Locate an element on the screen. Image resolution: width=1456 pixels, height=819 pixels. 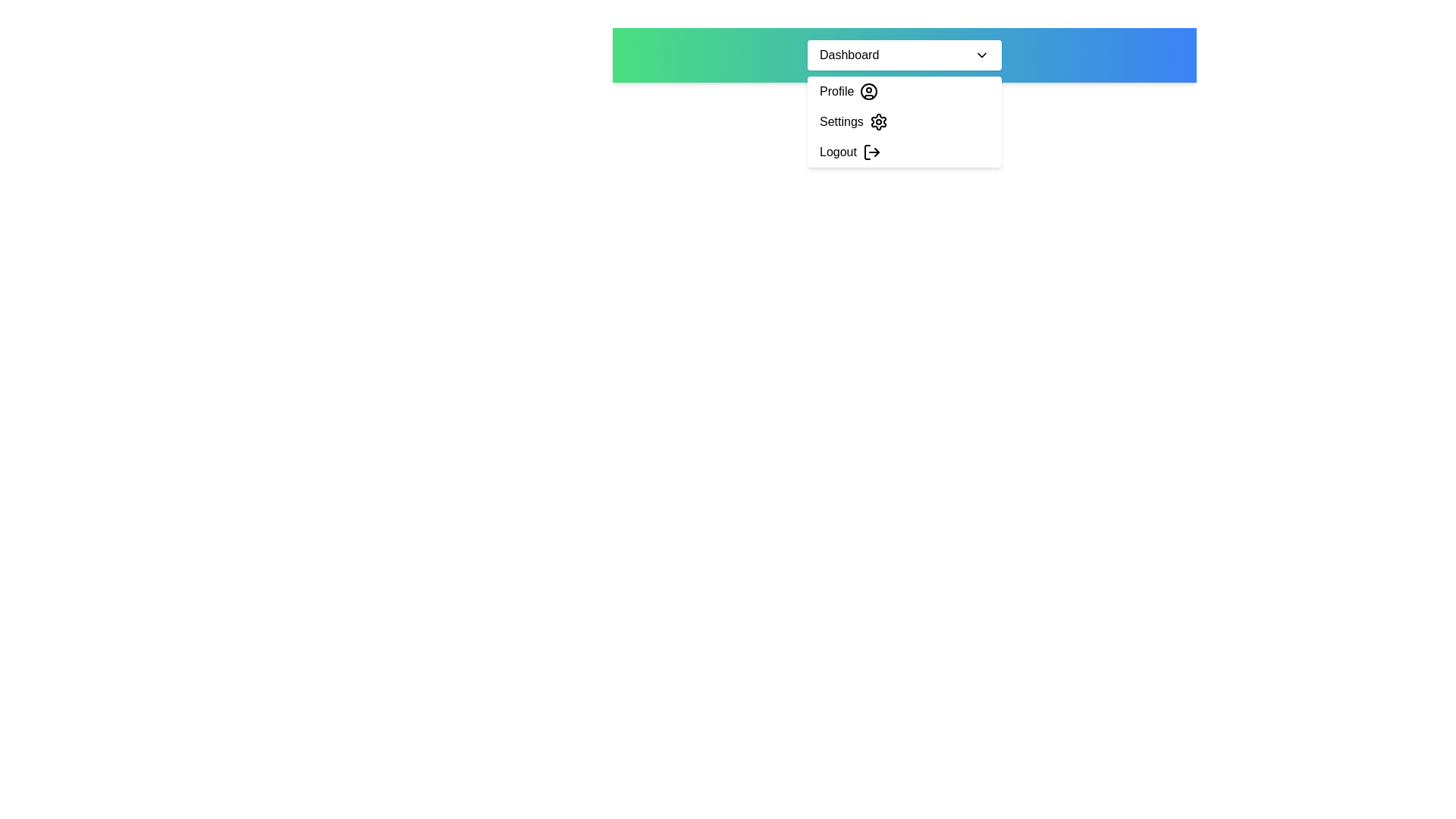
the 'Dashboard' button to toggle the dropdown menu is located at coordinates (905, 55).